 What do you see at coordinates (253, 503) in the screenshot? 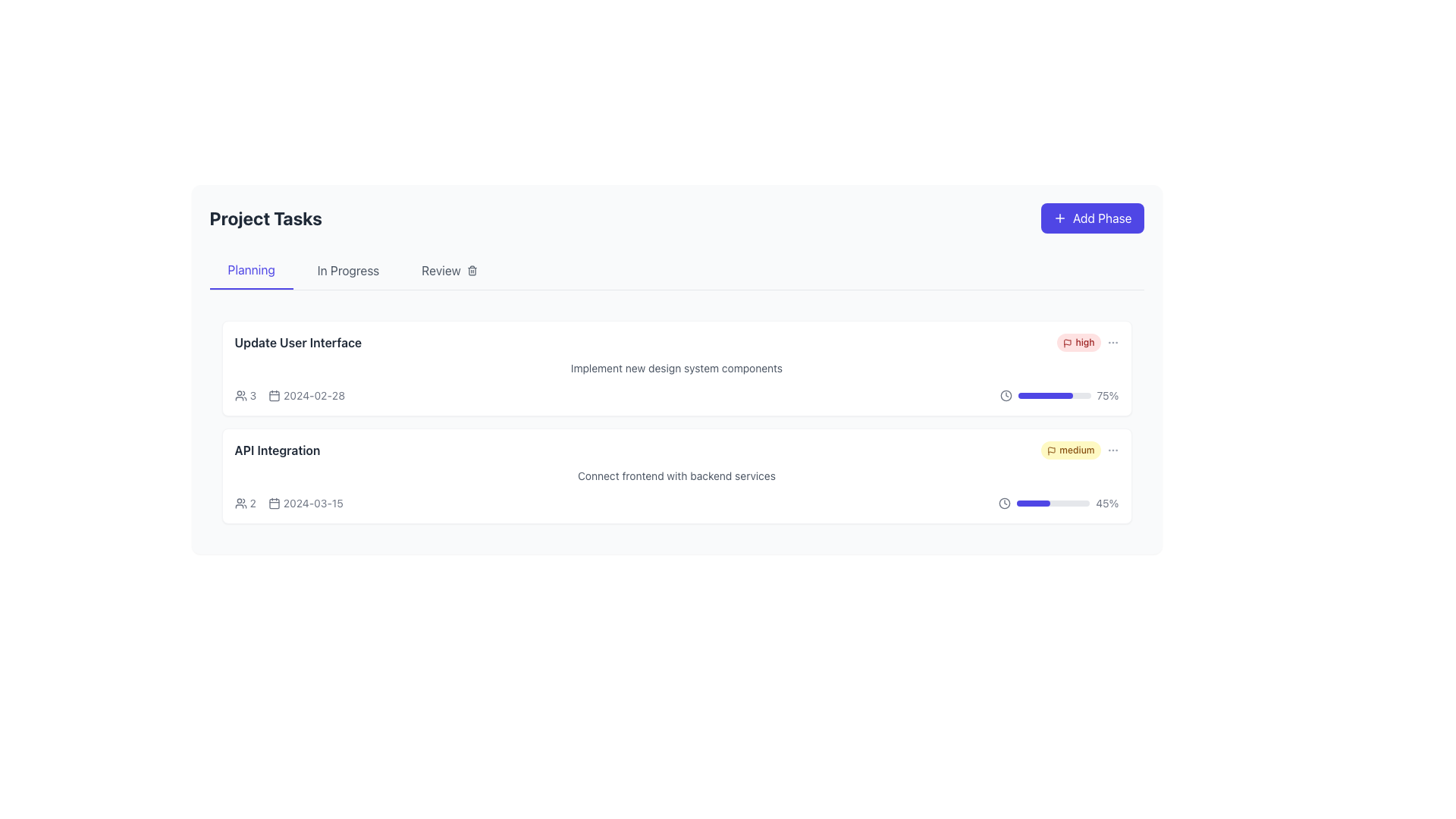
I see `numeric label displaying the number '2' located to the right of the user icon in the 'API Integration' panel` at bounding box center [253, 503].